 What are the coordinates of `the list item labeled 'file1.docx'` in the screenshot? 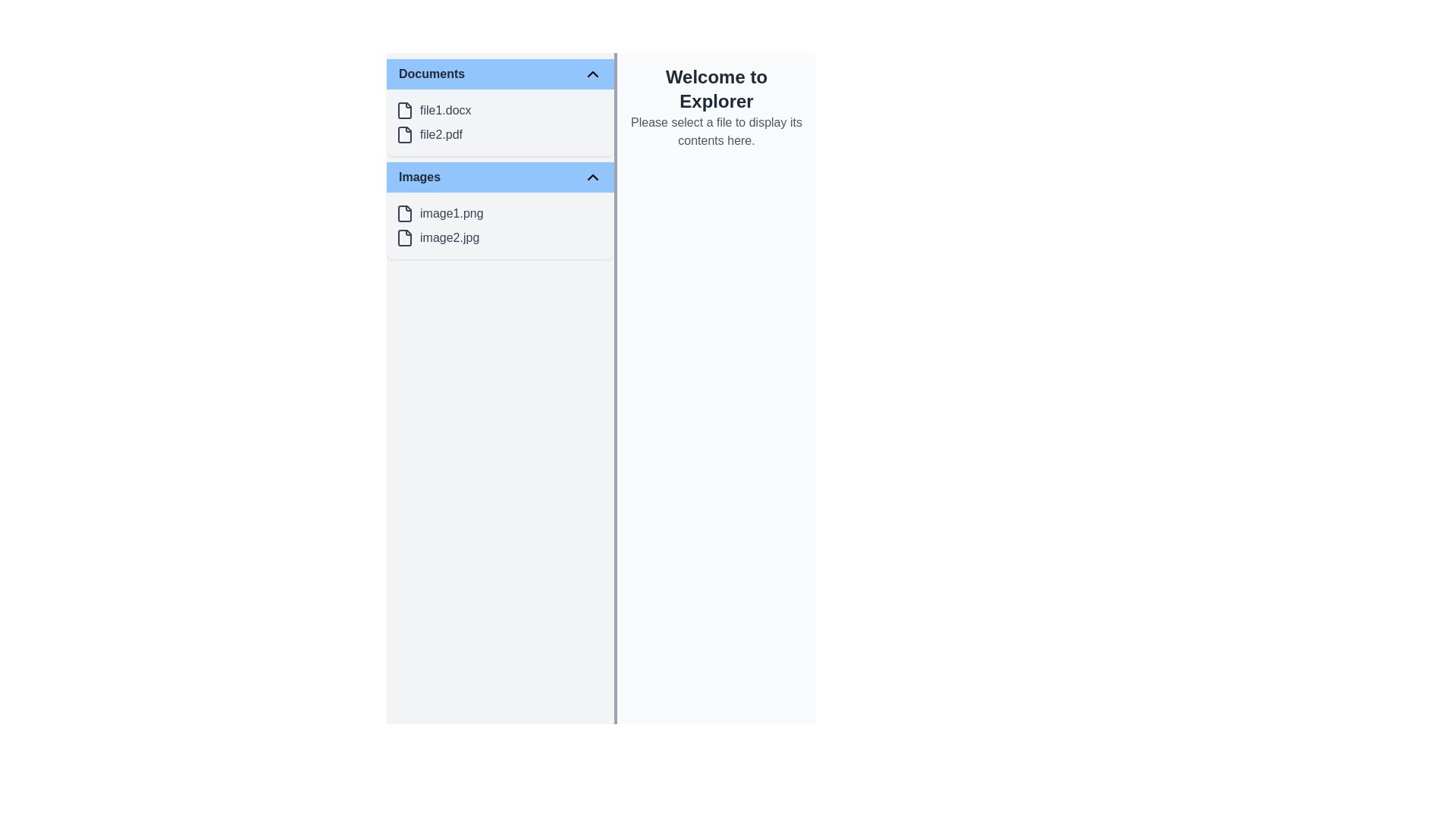 It's located at (500, 110).